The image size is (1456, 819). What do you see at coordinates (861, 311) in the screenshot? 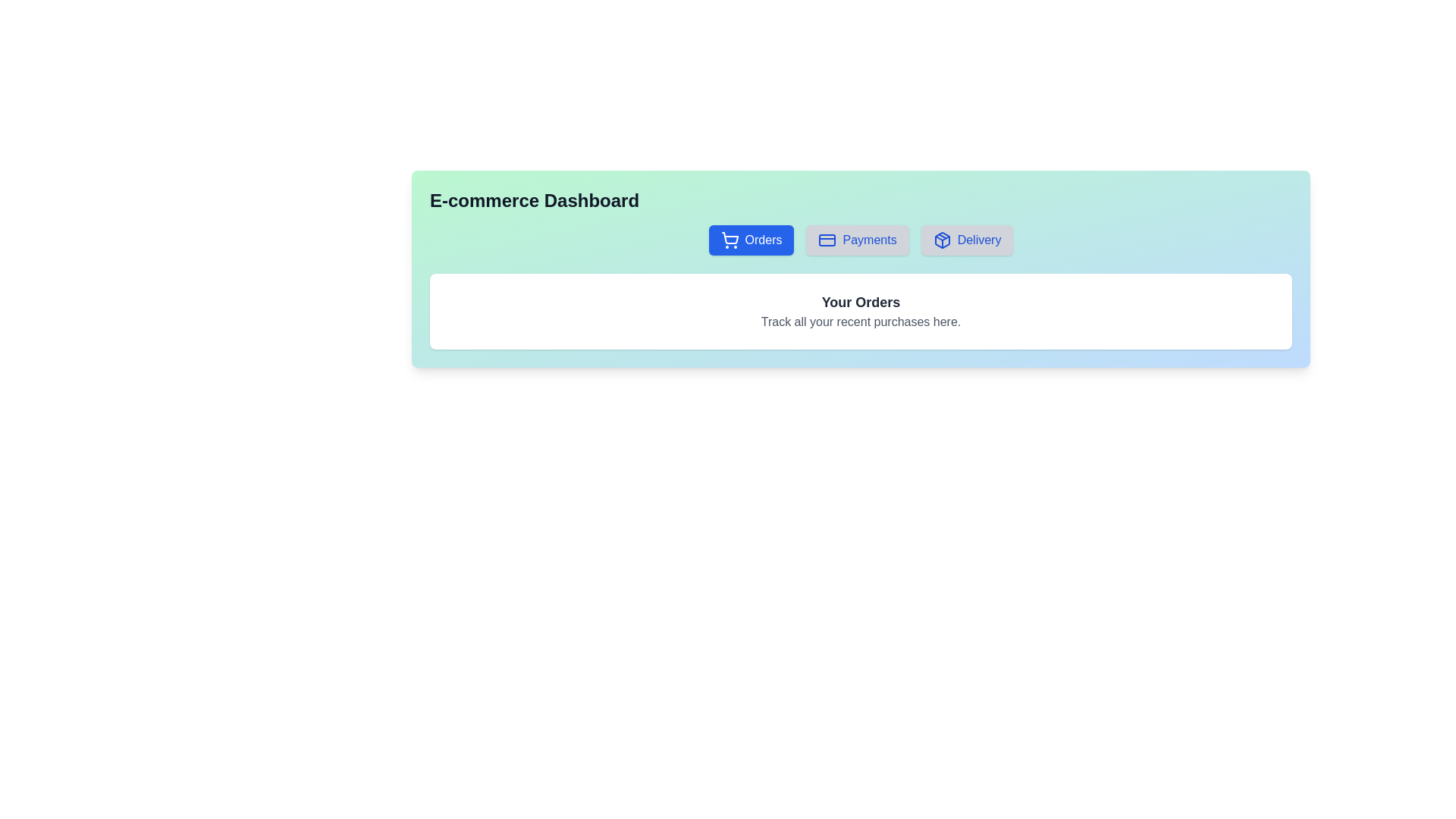
I see `the informational text block labeled 'Your Orders' which provides a description about tracking recent purchases` at bounding box center [861, 311].